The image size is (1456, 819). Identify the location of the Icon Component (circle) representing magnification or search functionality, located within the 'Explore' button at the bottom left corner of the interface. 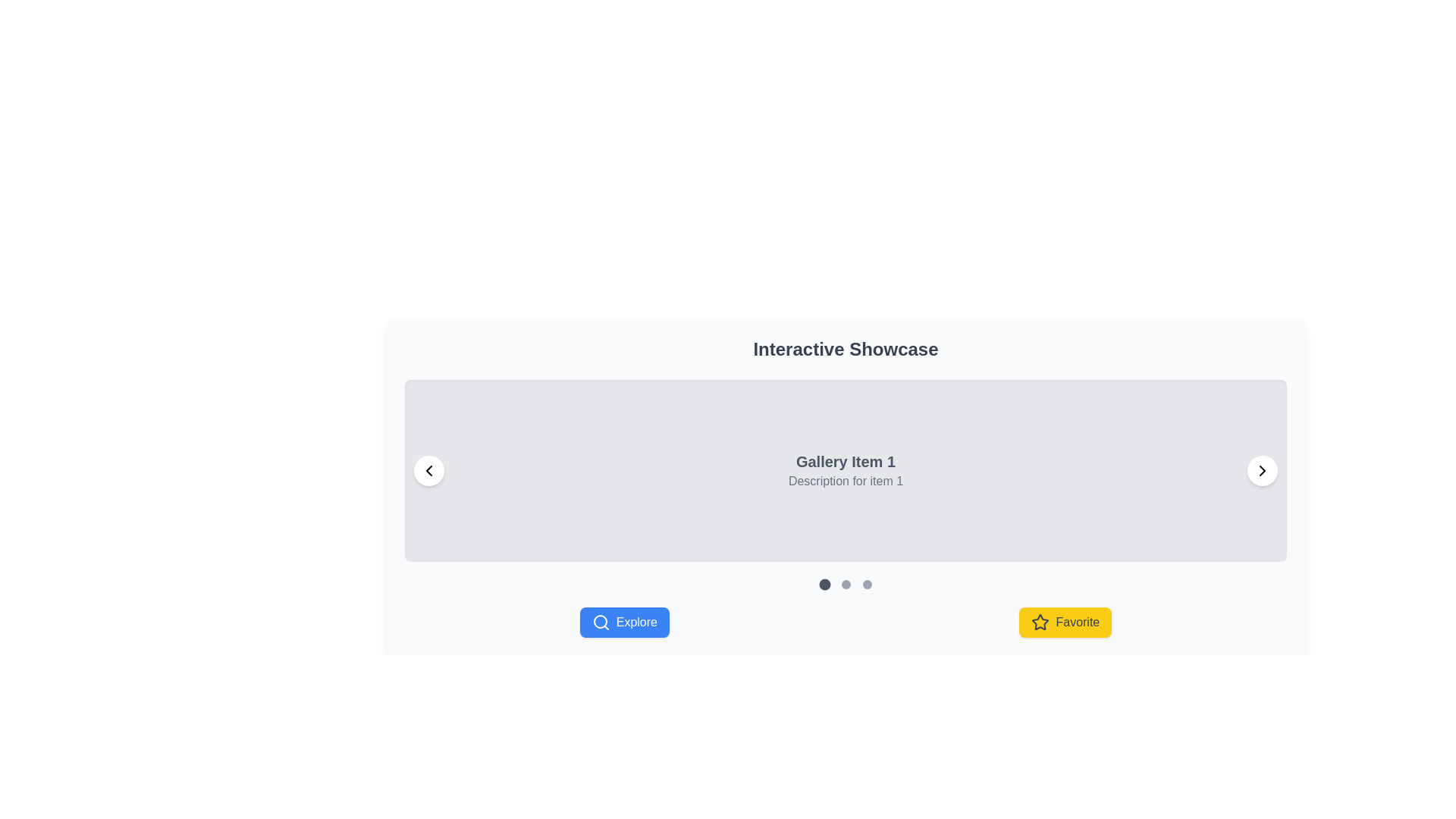
(599, 622).